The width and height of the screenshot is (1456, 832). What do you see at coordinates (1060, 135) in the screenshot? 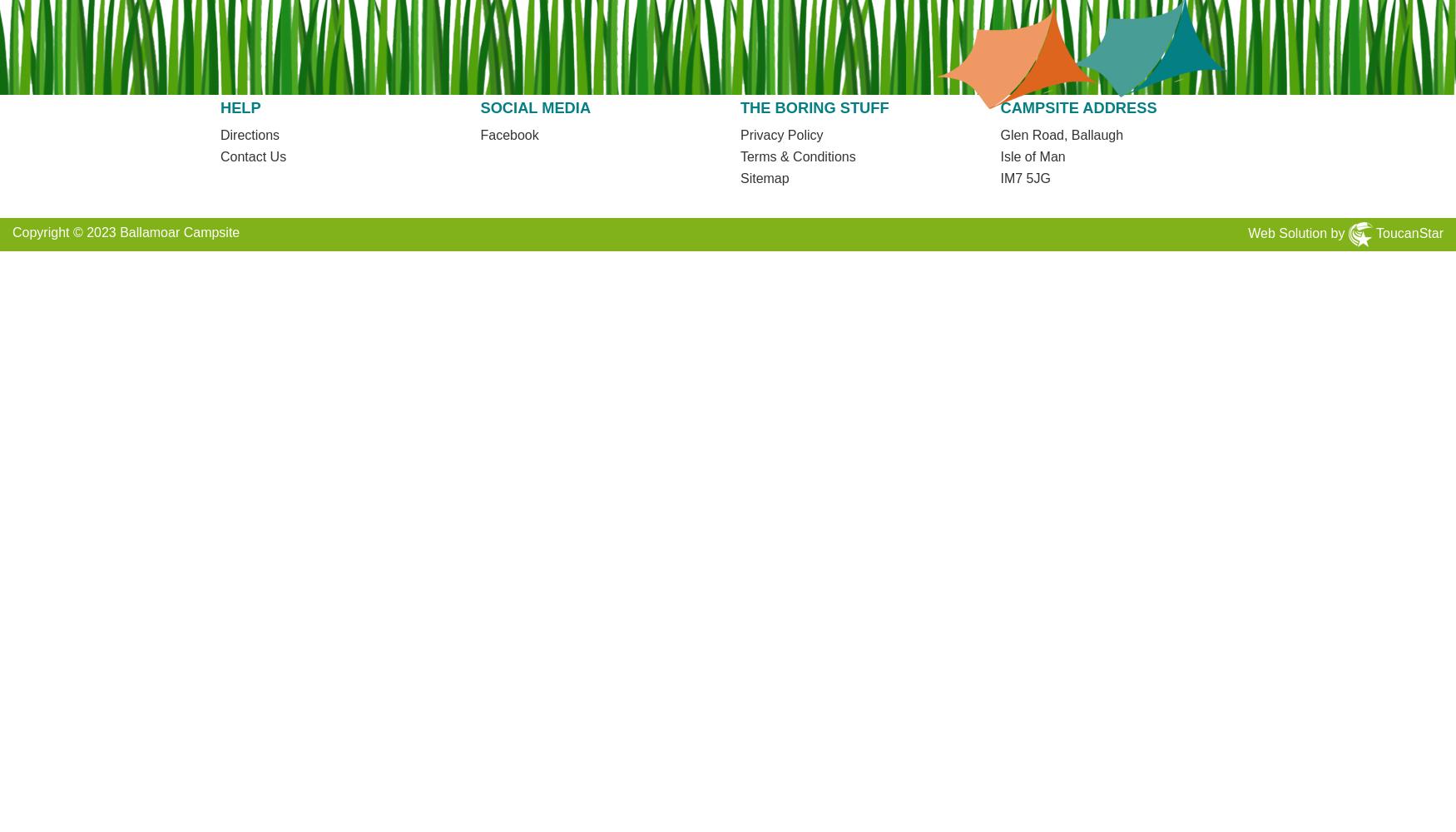
I see `'Glen Road, Ballaugh'` at bounding box center [1060, 135].